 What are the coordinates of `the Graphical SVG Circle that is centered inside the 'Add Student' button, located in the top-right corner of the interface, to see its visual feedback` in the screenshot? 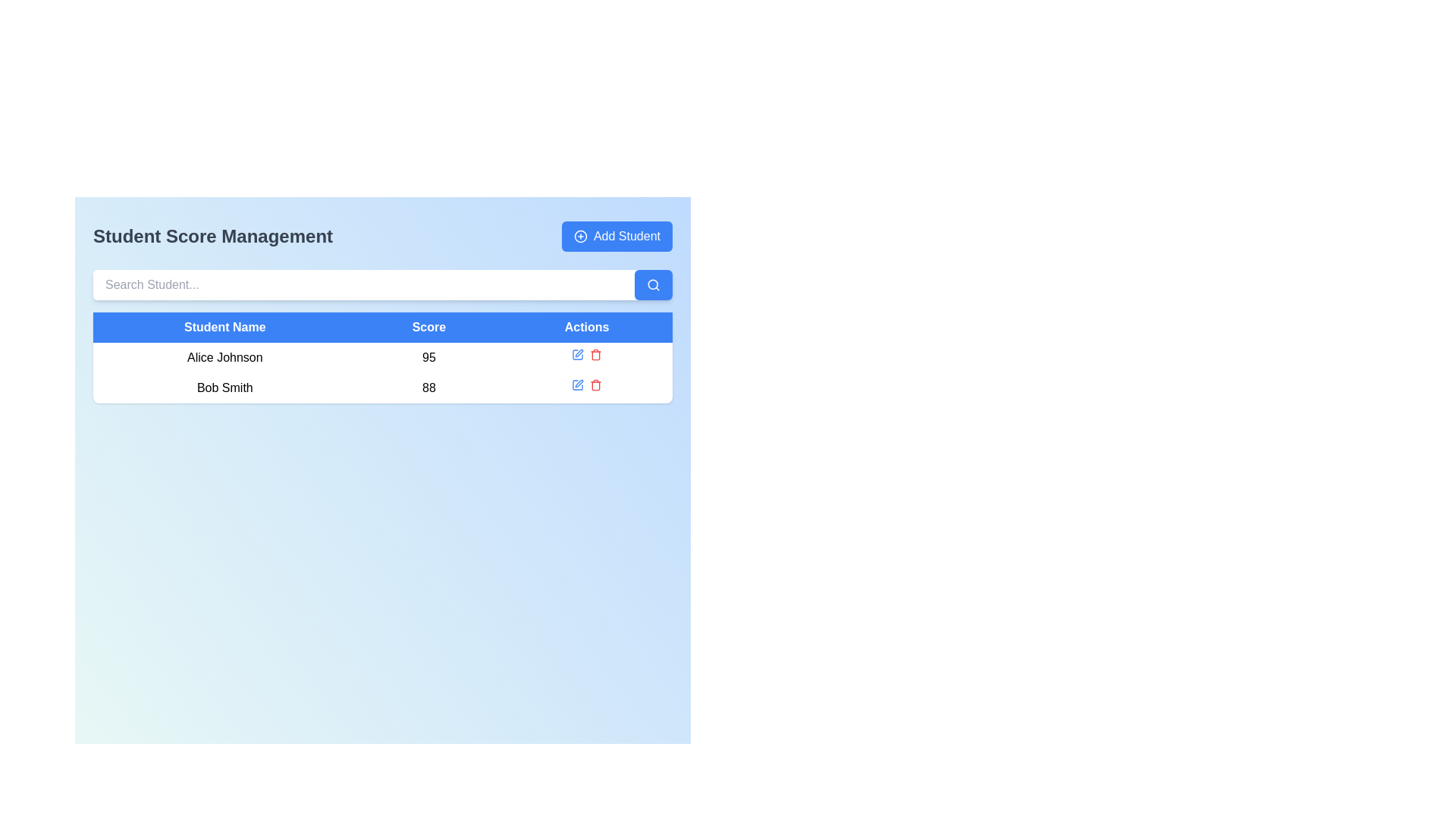 It's located at (579, 237).